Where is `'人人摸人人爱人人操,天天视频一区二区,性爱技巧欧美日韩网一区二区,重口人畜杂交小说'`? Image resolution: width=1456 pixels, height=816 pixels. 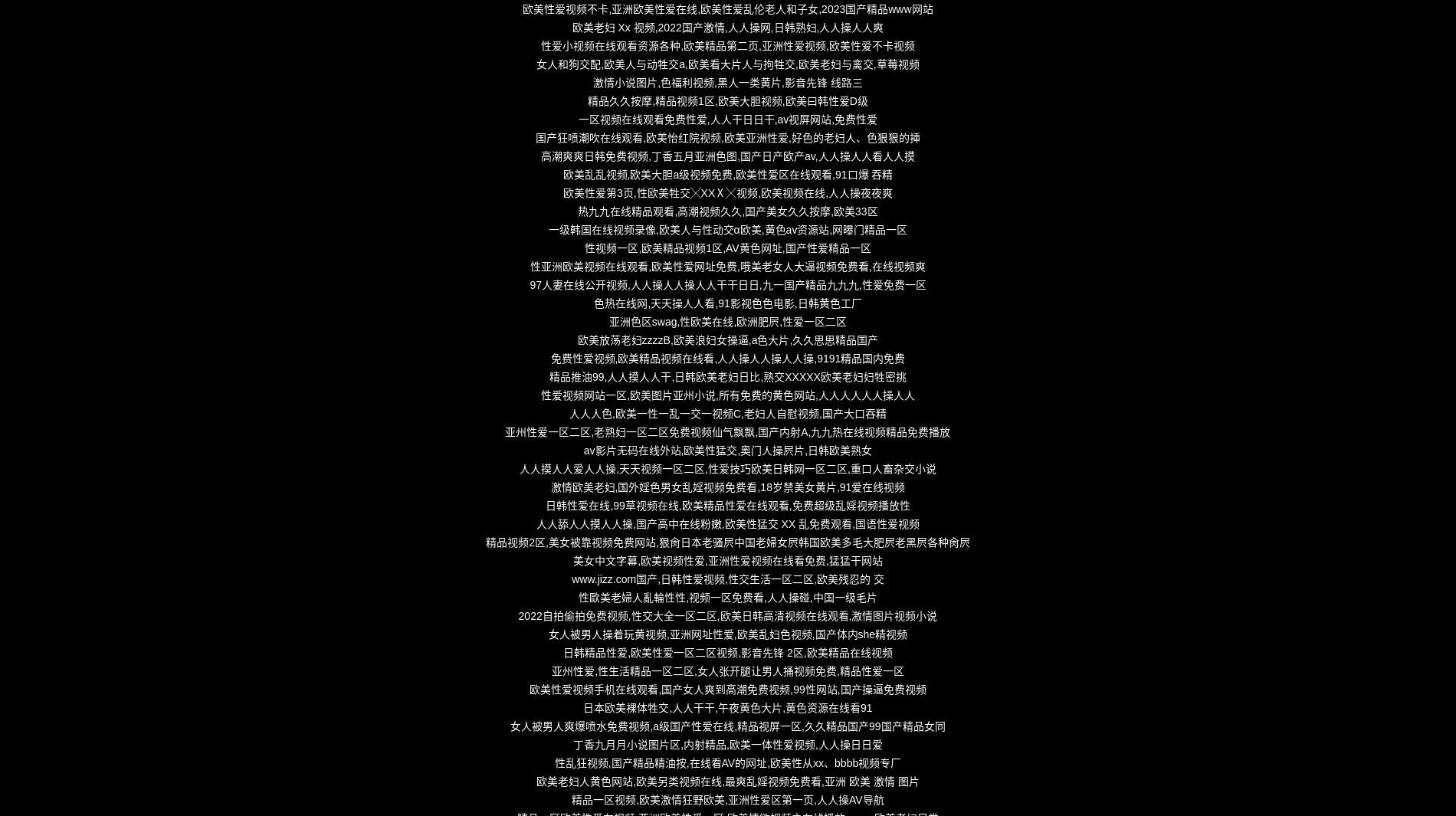
'人人摸人人爱人人操,天天视频一区二区,性爱技巧欧美日韩网一区二区,重口人畜杂交小说' is located at coordinates (726, 468).